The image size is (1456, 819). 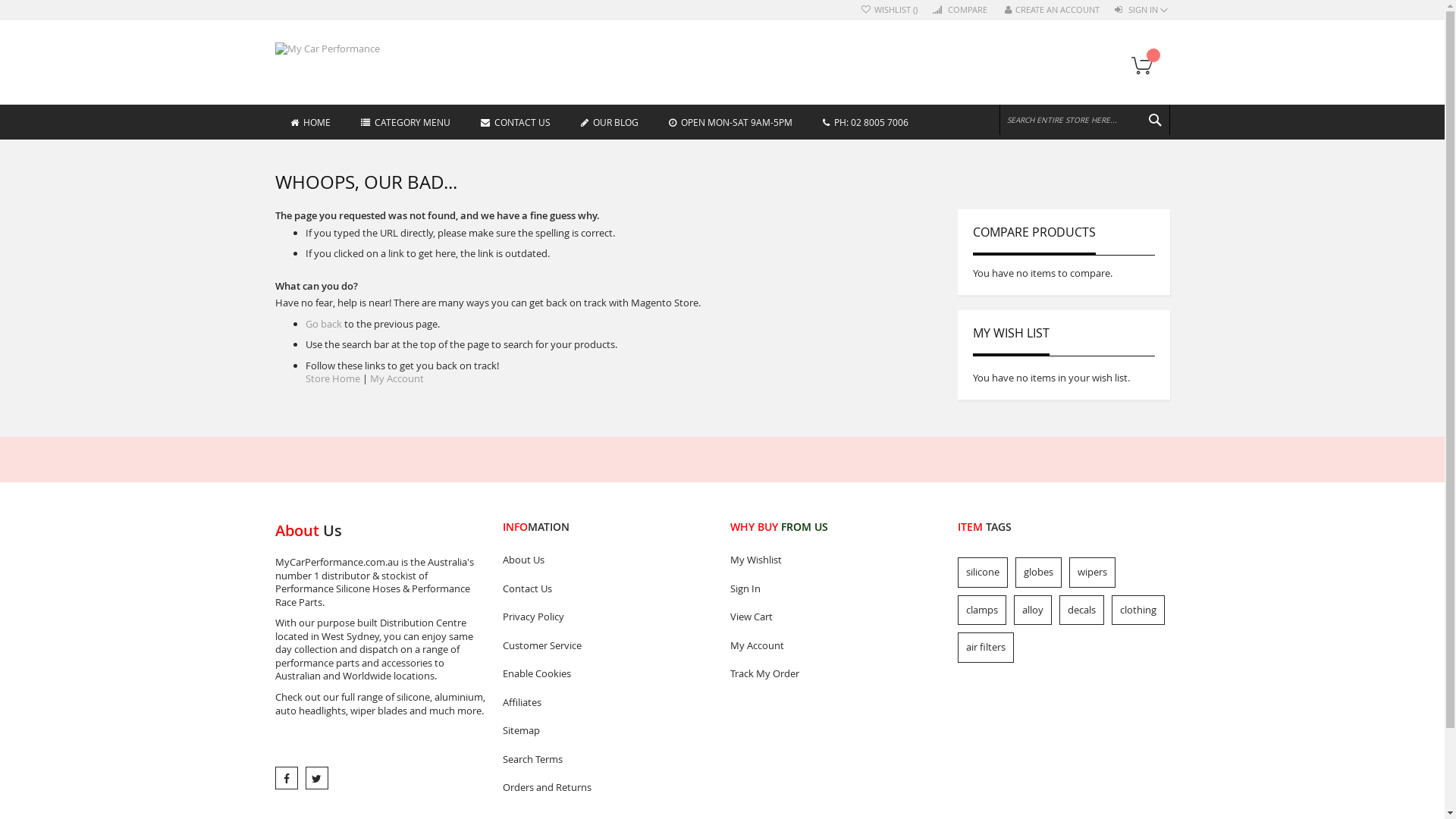 I want to click on 'My Cart', so click(x=1125, y=65).